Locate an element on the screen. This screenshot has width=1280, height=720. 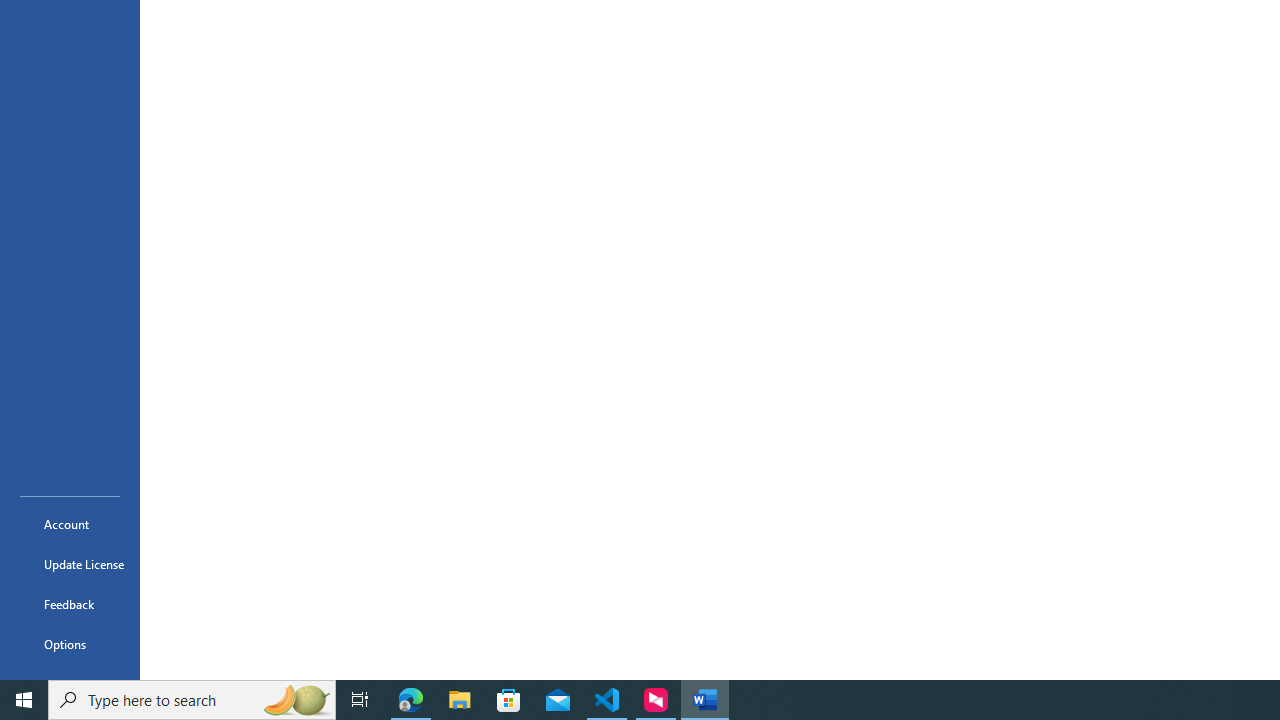
'Update License' is located at coordinates (69, 564).